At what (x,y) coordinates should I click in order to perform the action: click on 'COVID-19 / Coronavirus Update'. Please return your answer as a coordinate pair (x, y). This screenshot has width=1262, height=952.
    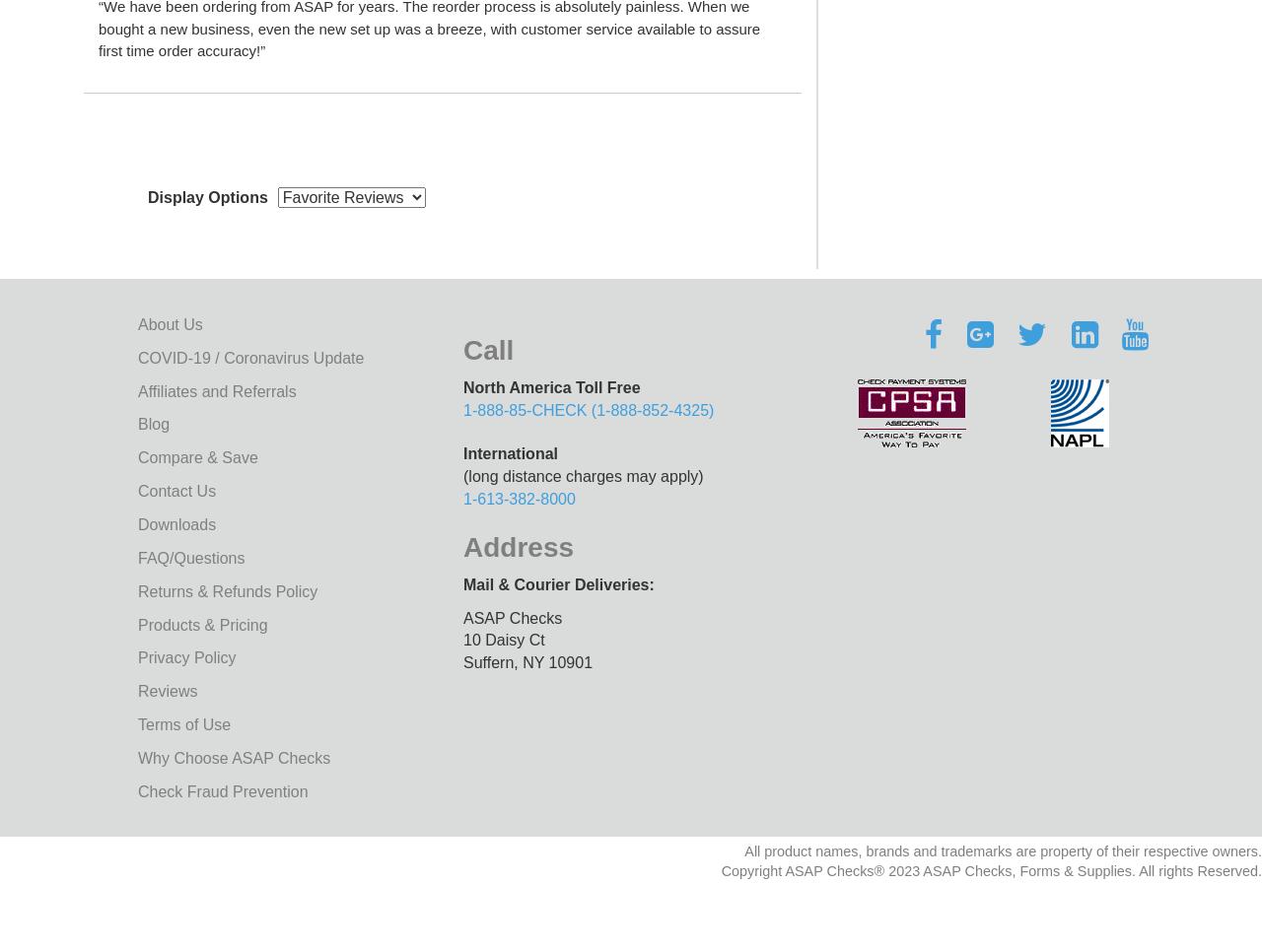
    Looking at the image, I should click on (249, 356).